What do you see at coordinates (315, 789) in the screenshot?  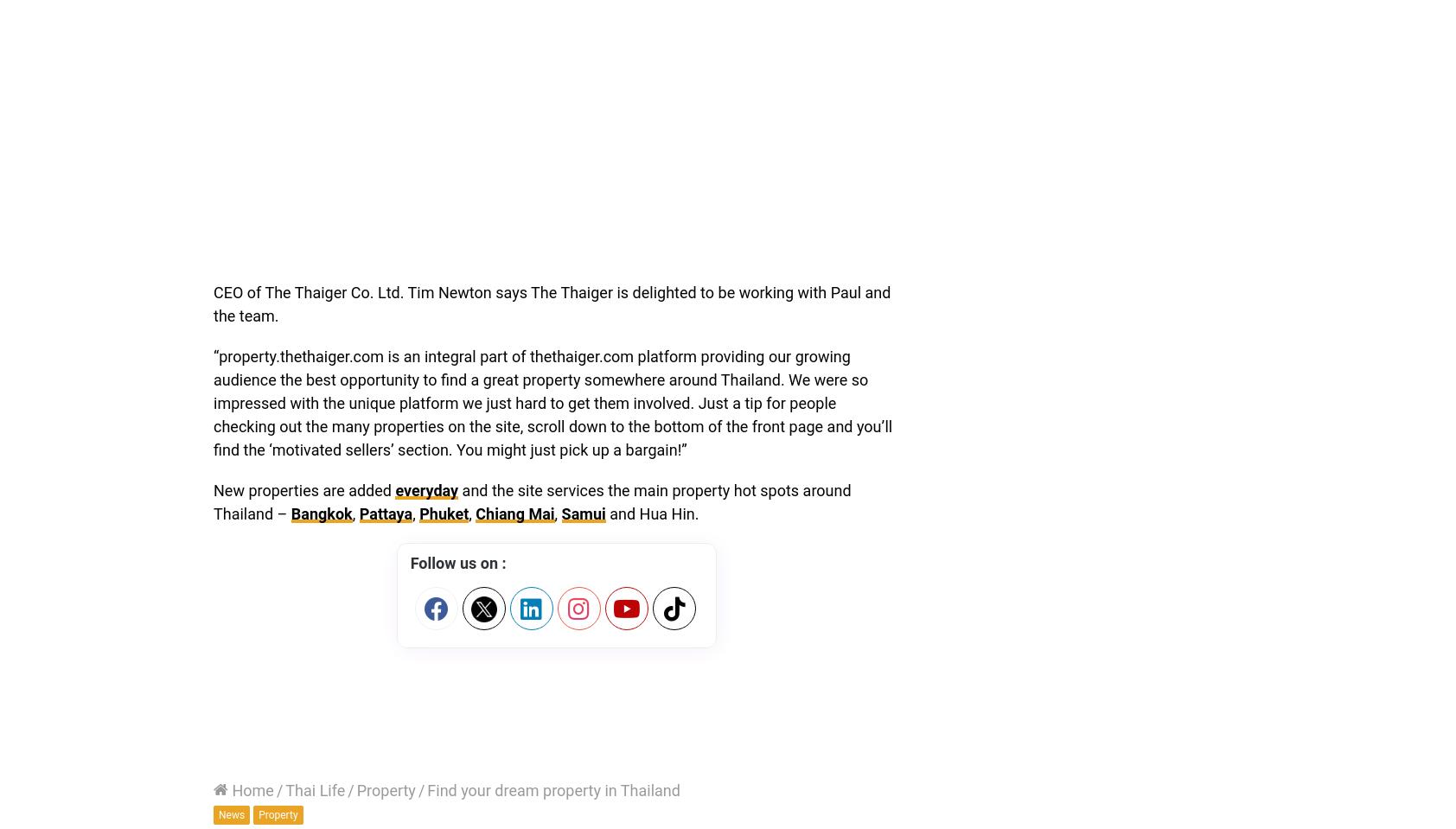 I see `'Thai Life'` at bounding box center [315, 789].